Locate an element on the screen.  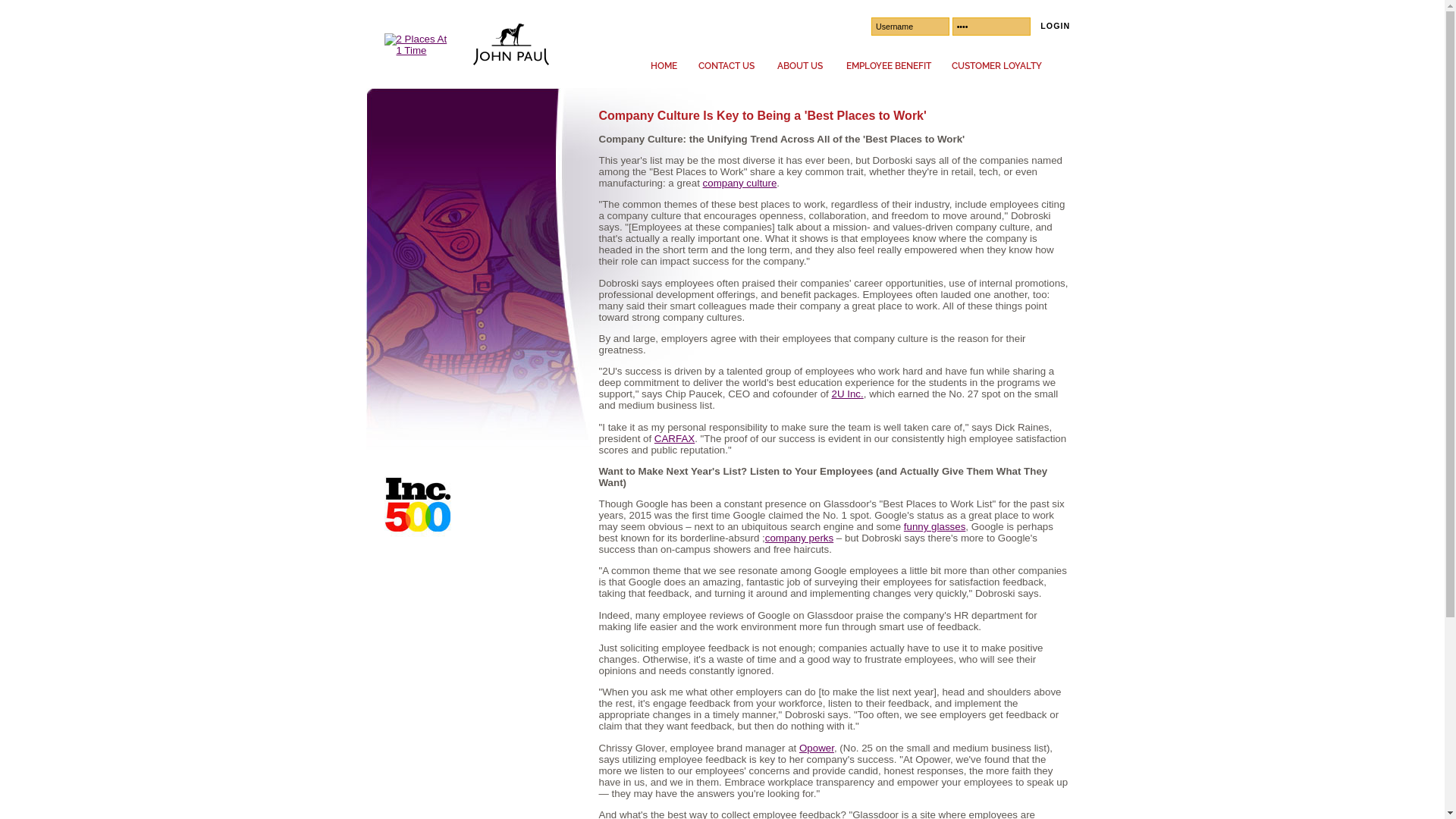
'company perks' is located at coordinates (799, 537).